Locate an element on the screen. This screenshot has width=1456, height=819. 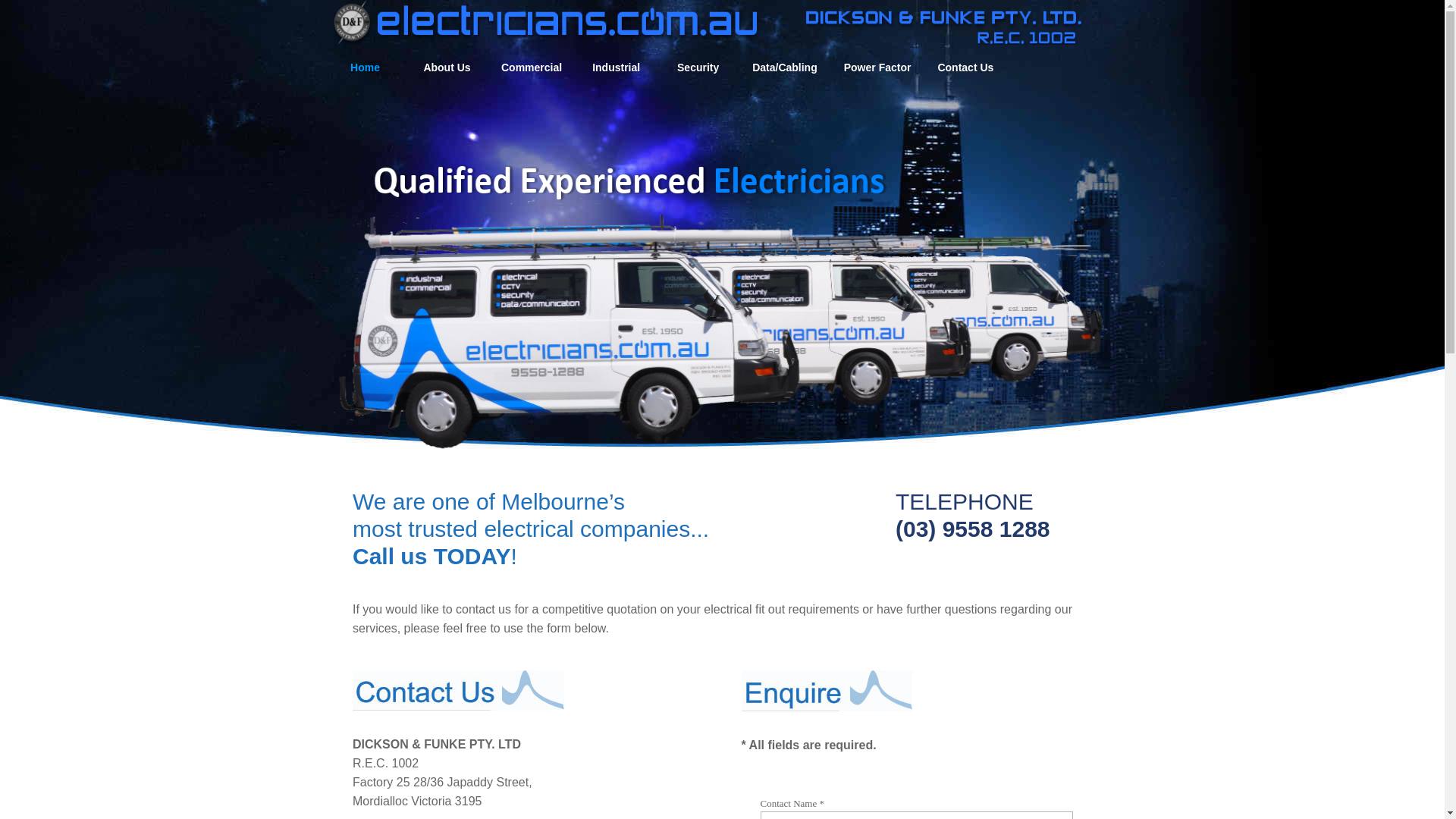
'Contact Us' is located at coordinates (964, 67).